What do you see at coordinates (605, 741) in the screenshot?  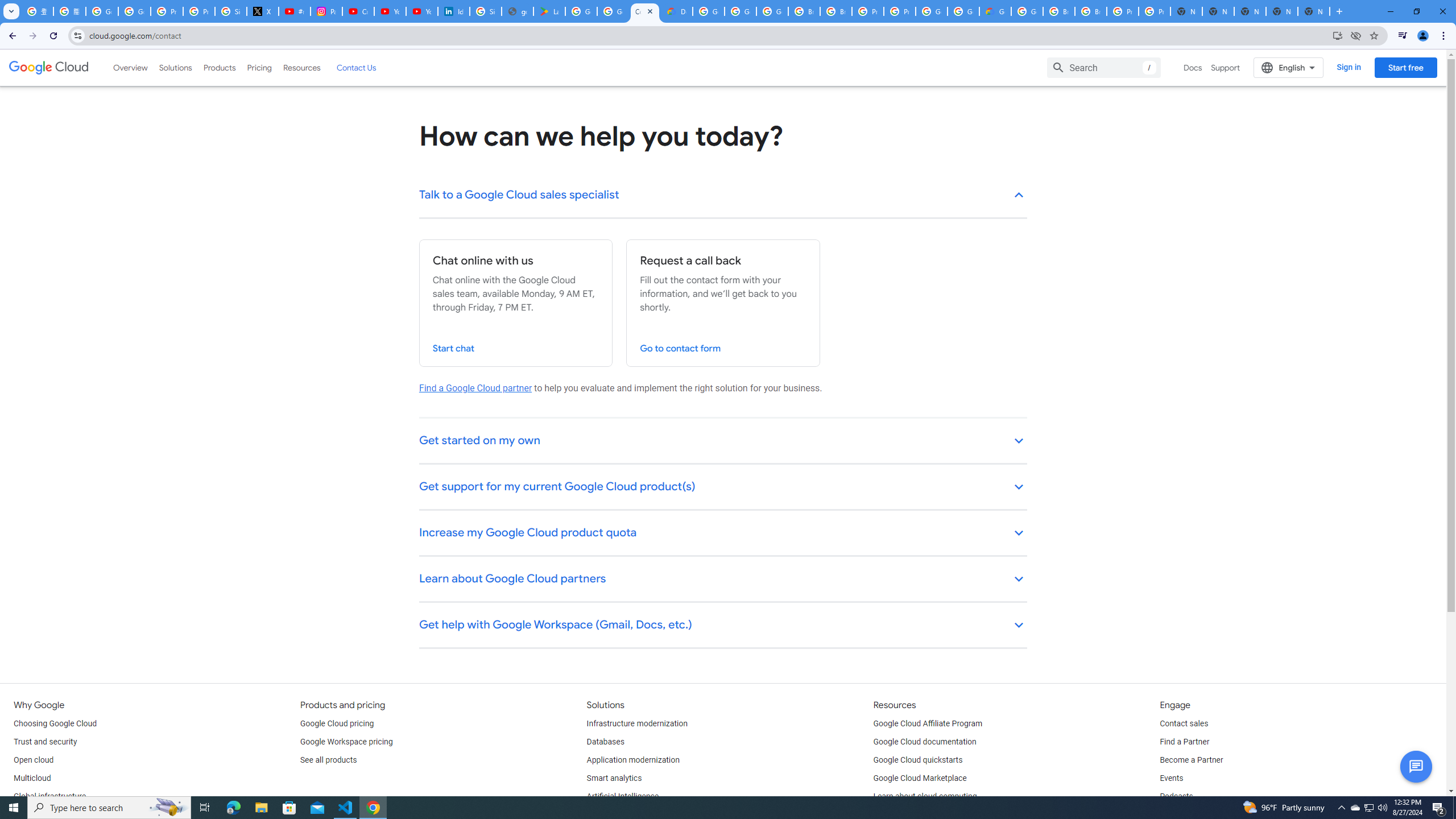 I see `'Databases'` at bounding box center [605, 741].